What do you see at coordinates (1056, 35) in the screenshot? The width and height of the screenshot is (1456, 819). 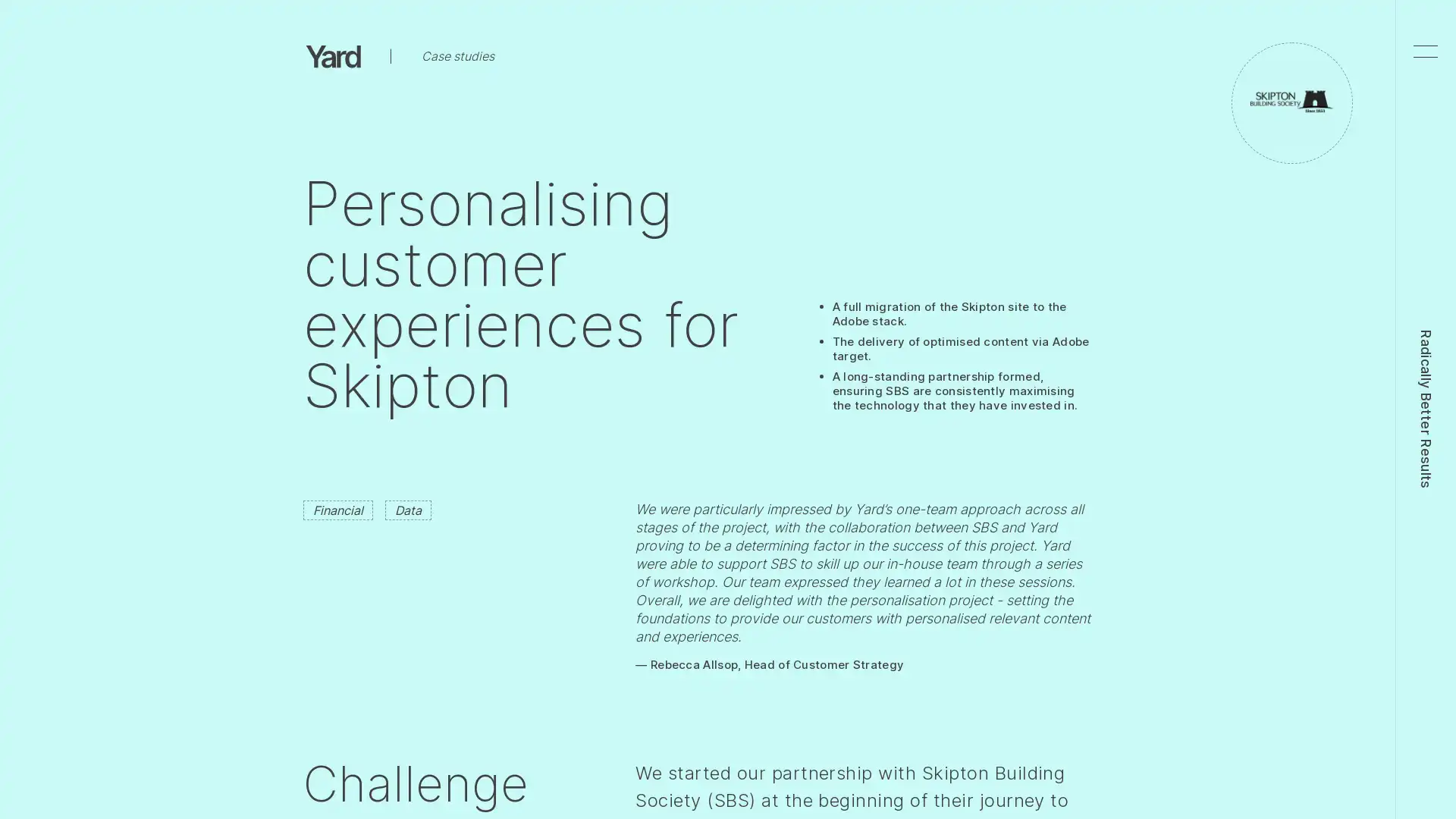 I see `Accept` at bounding box center [1056, 35].